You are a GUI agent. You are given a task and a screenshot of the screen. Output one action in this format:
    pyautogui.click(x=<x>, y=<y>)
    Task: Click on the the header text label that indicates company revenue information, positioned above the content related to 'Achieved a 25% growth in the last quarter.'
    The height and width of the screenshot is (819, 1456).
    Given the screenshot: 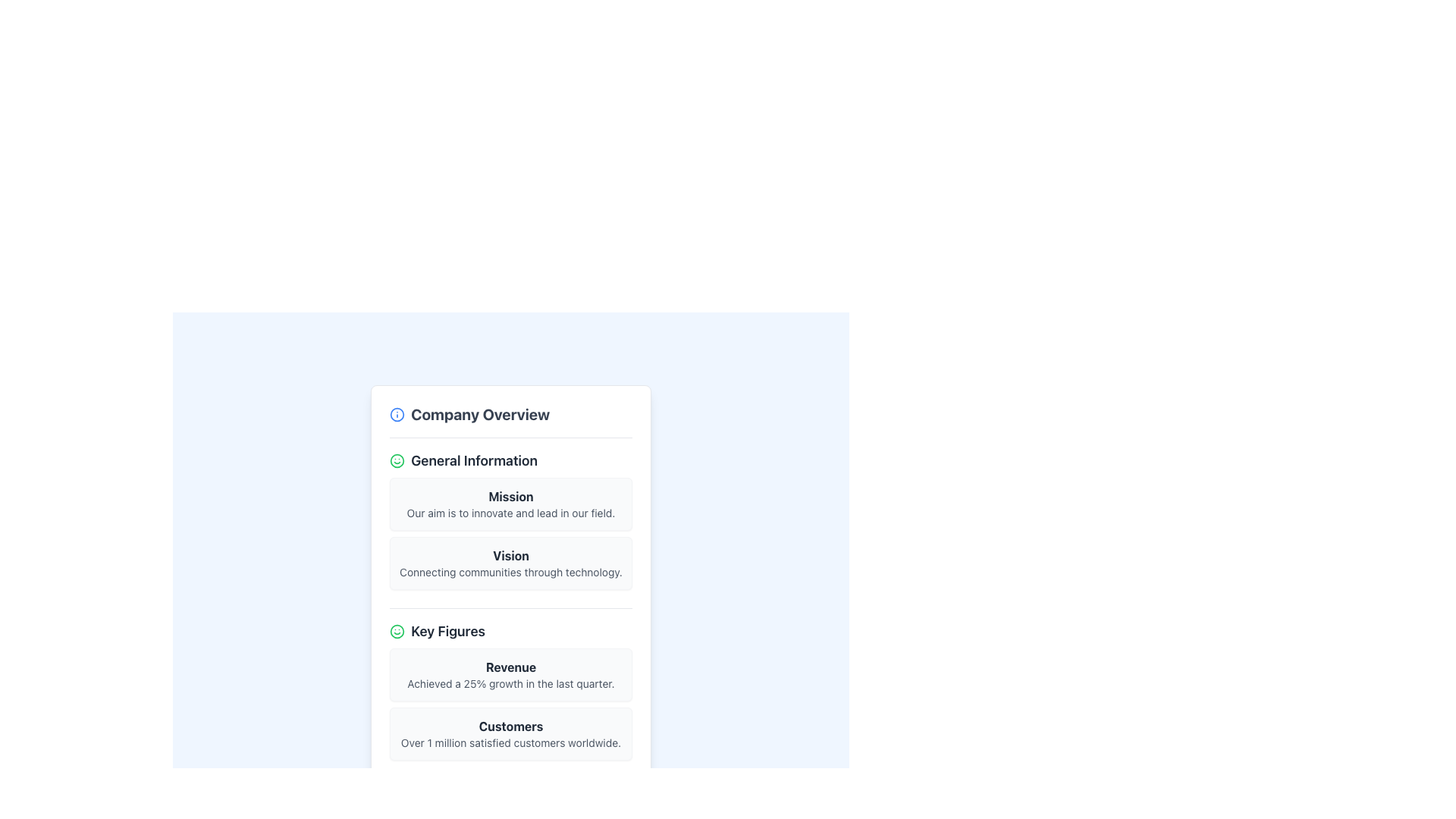 What is the action you would take?
    pyautogui.click(x=510, y=666)
    